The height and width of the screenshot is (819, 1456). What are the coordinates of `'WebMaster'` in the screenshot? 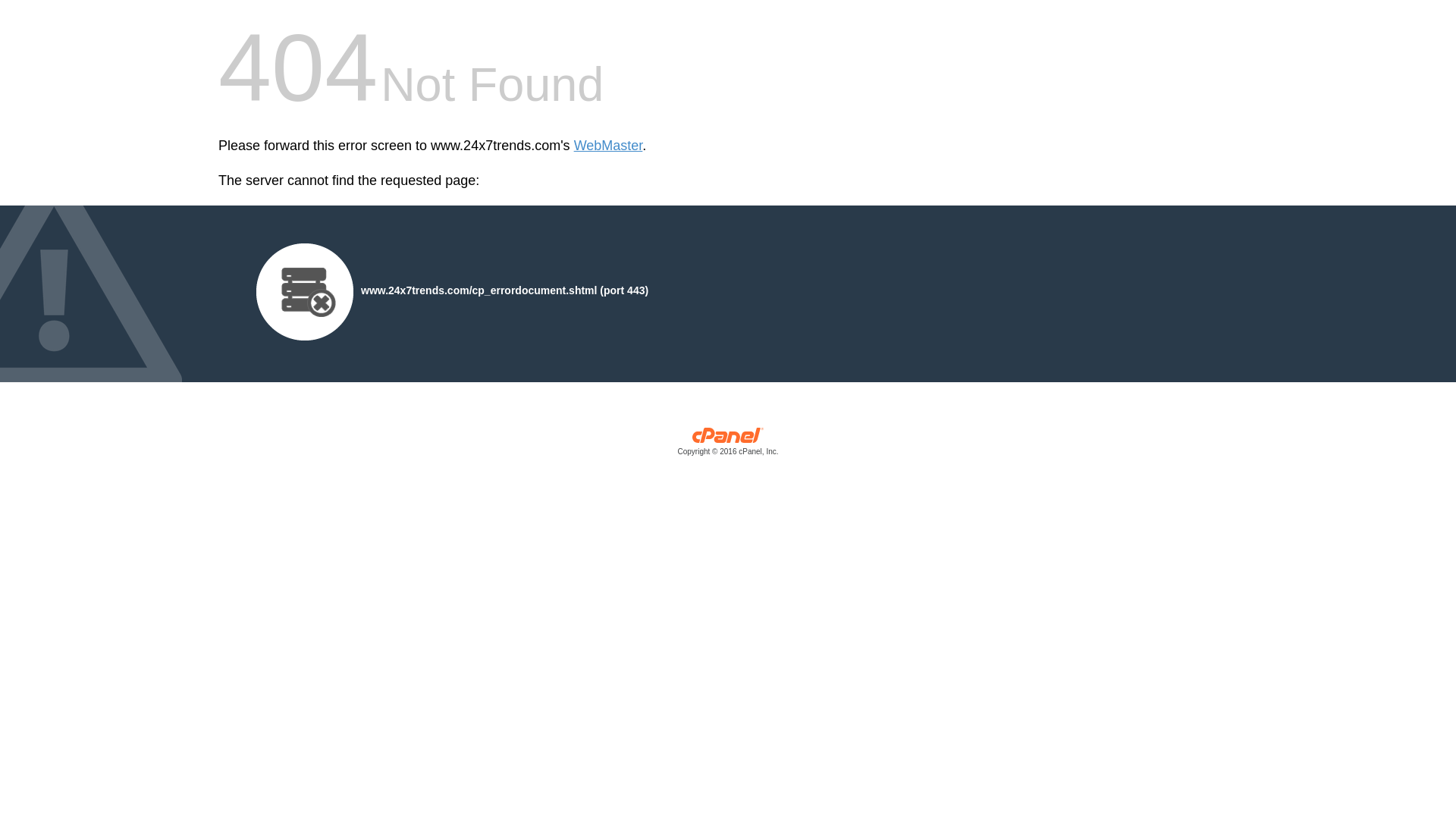 It's located at (608, 146).